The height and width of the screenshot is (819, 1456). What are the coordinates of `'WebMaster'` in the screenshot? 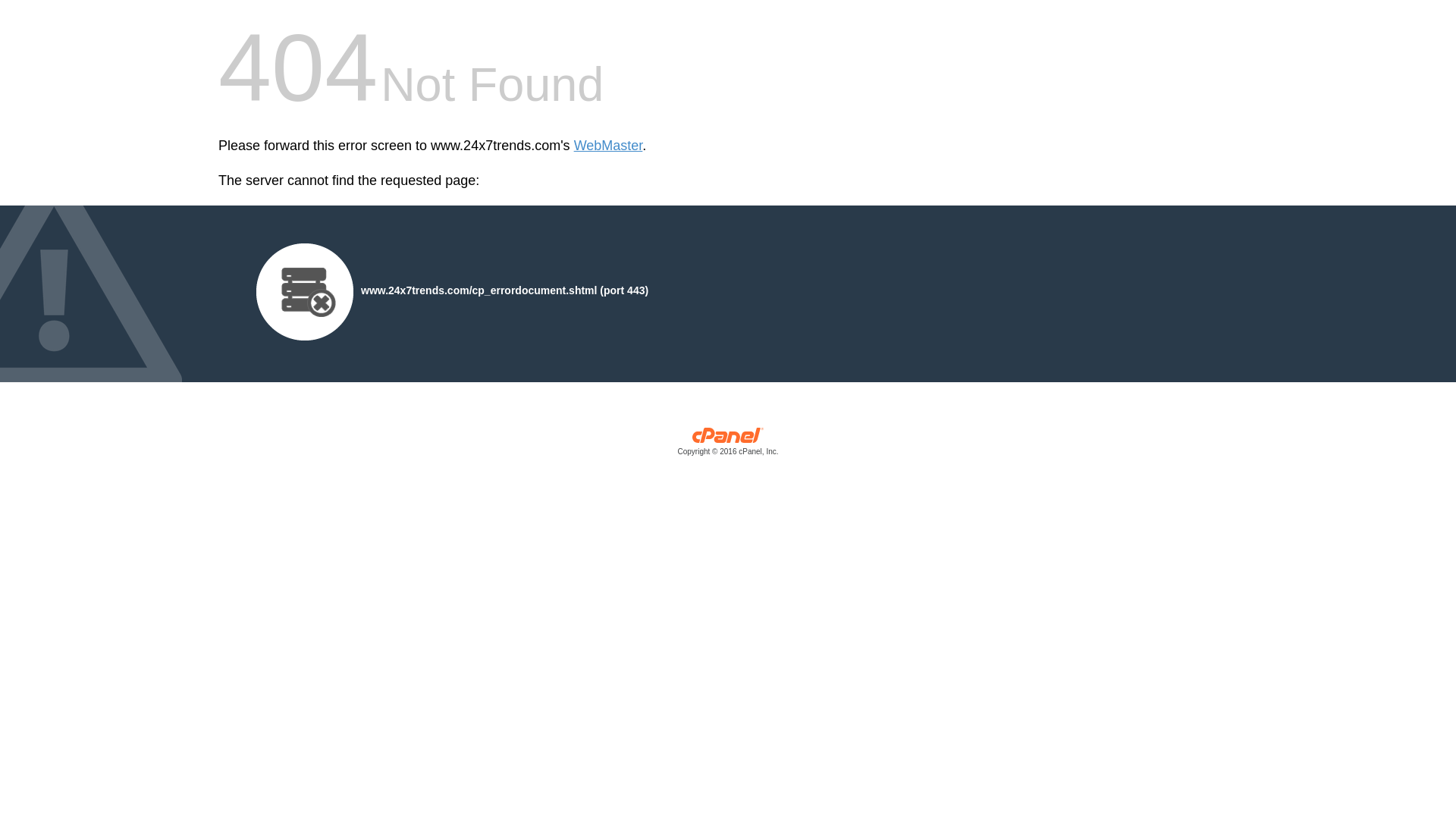 It's located at (608, 146).